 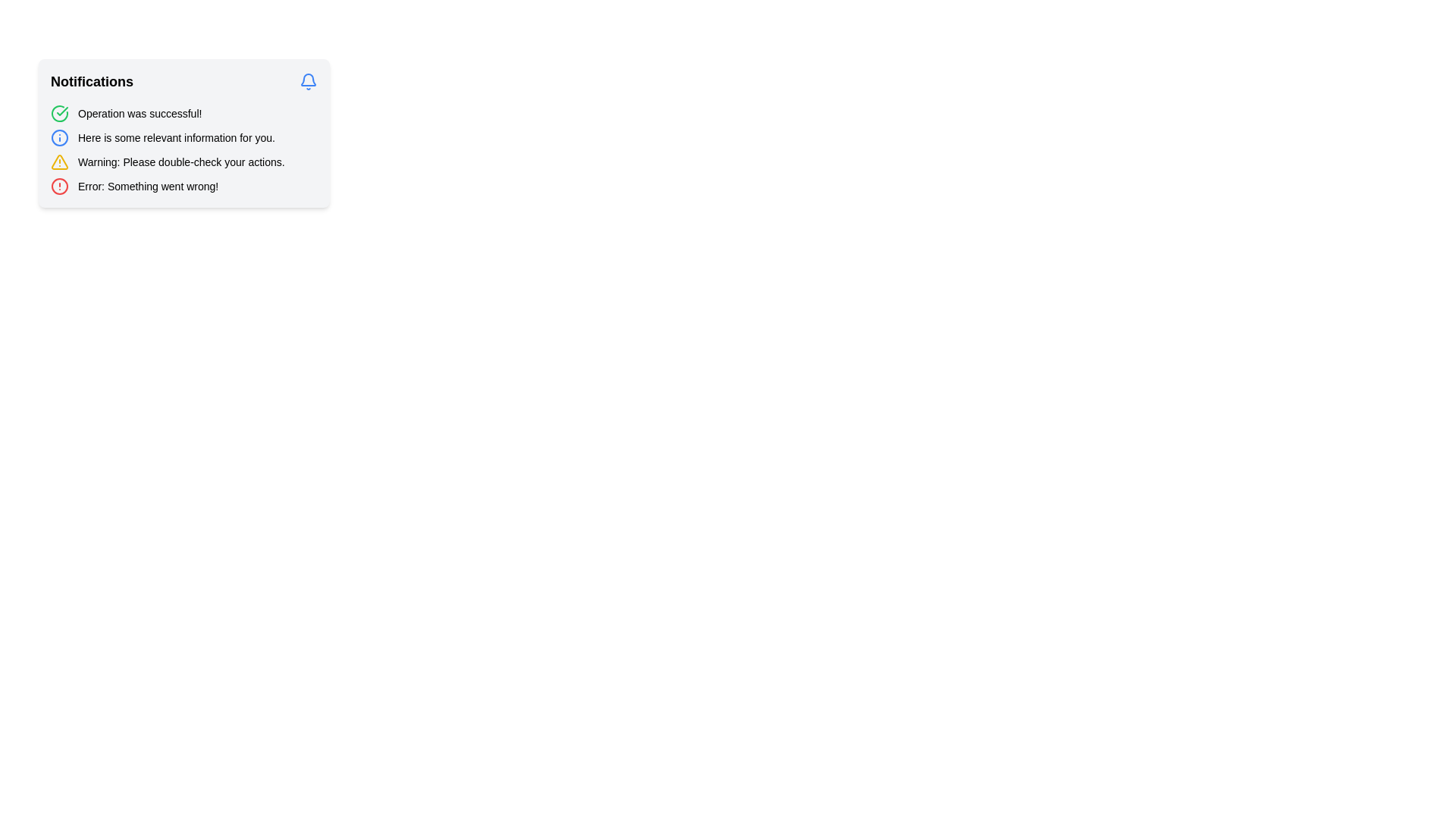 I want to click on the success icon located on the left side of the notification item that indicates 'Operation was successful!', so click(x=59, y=113).